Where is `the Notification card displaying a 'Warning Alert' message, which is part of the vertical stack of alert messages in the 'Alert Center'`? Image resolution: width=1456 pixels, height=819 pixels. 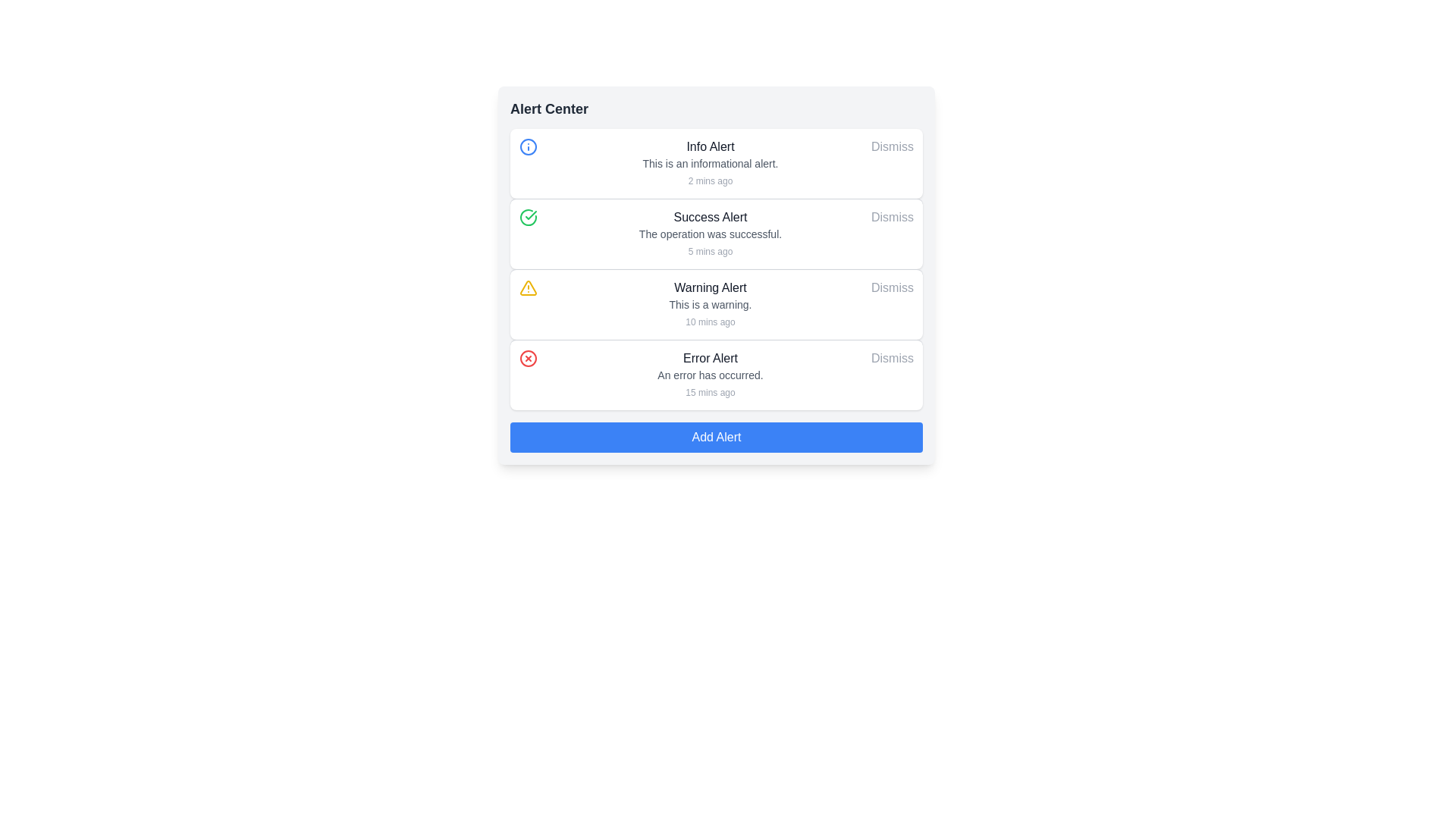
the Notification card displaying a 'Warning Alert' message, which is part of the vertical stack of alert messages in the 'Alert Center' is located at coordinates (709, 304).